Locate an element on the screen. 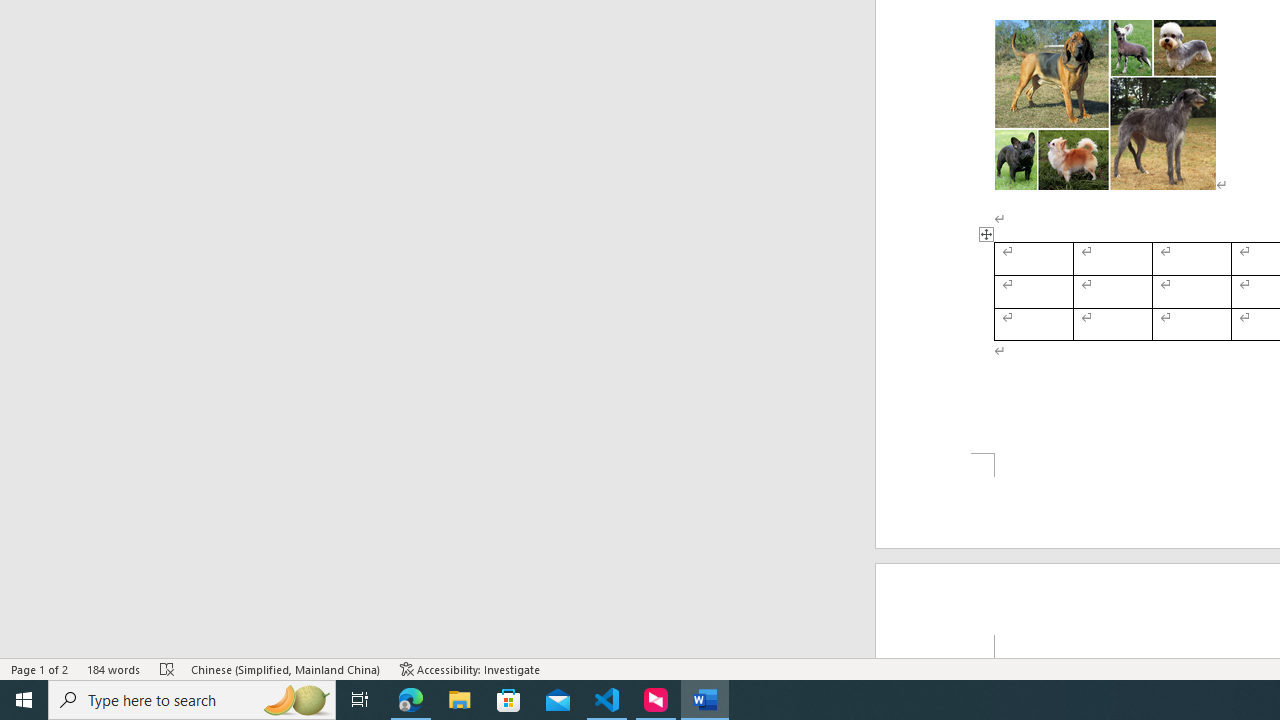 The height and width of the screenshot is (720, 1280). 'Language Chinese (Simplified, Mainland China)' is located at coordinates (285, 669).